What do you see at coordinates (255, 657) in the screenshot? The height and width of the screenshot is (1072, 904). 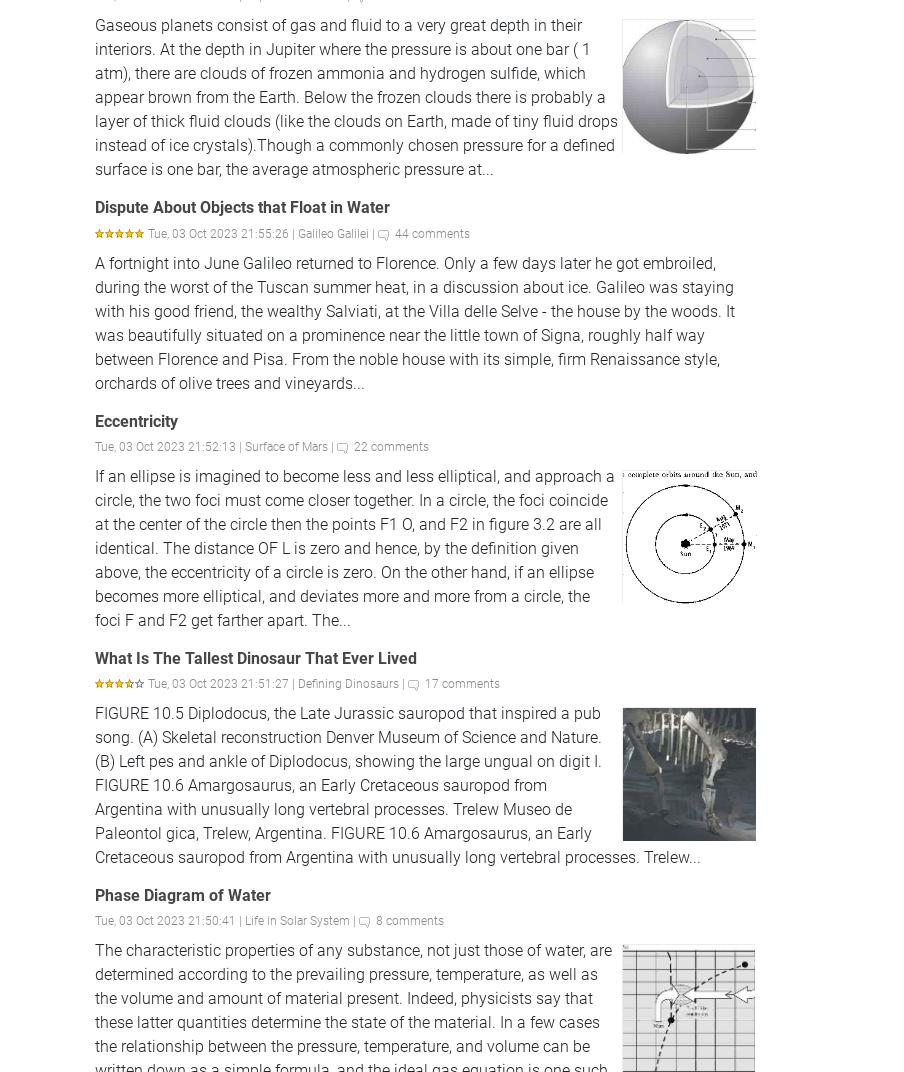 I see `'What Is The Tallest Dinosaur That Ever Lived'` at bounding box center [255, 657].